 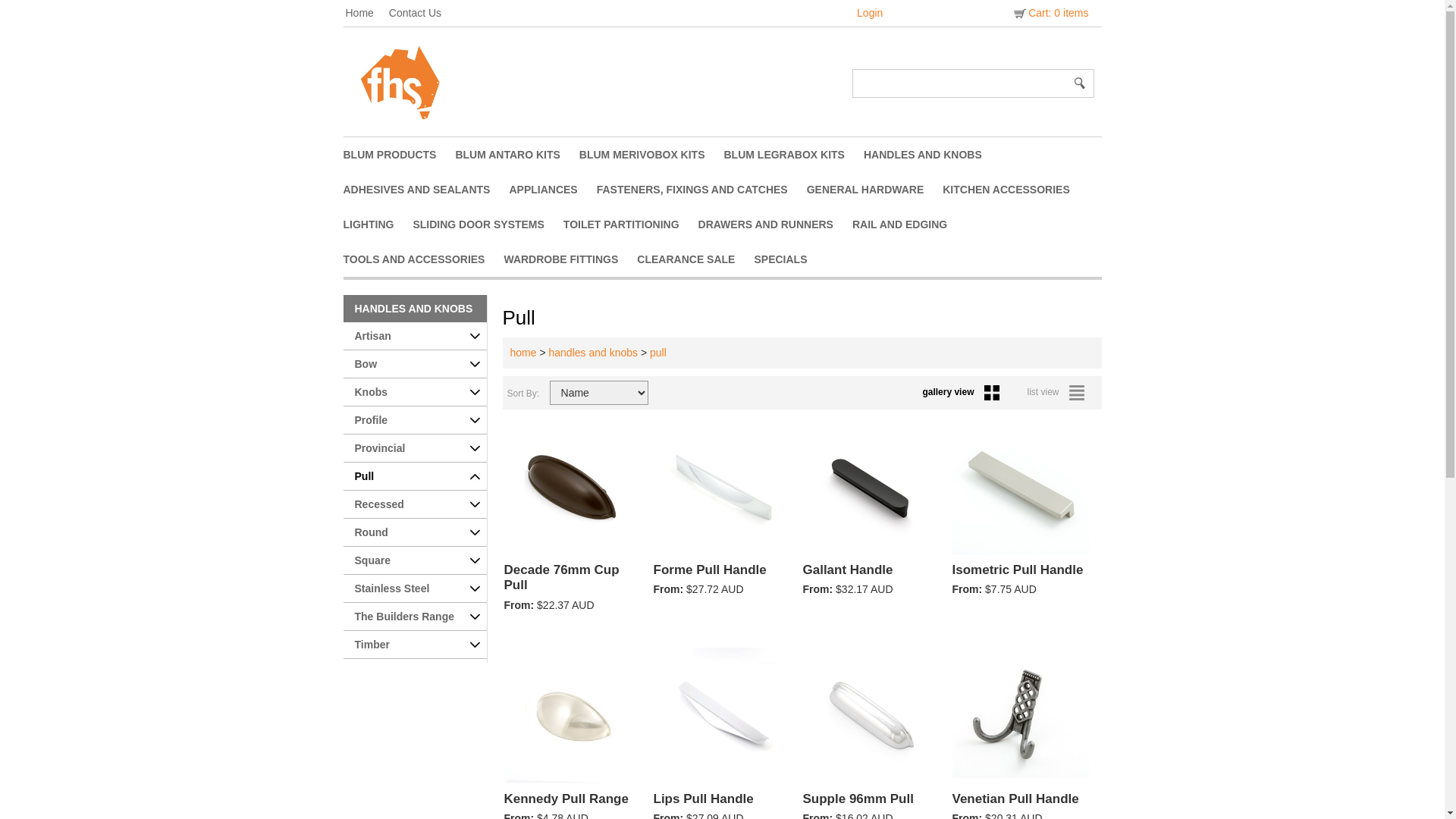 I want to click on 'pull', so click(x=658, y=353).